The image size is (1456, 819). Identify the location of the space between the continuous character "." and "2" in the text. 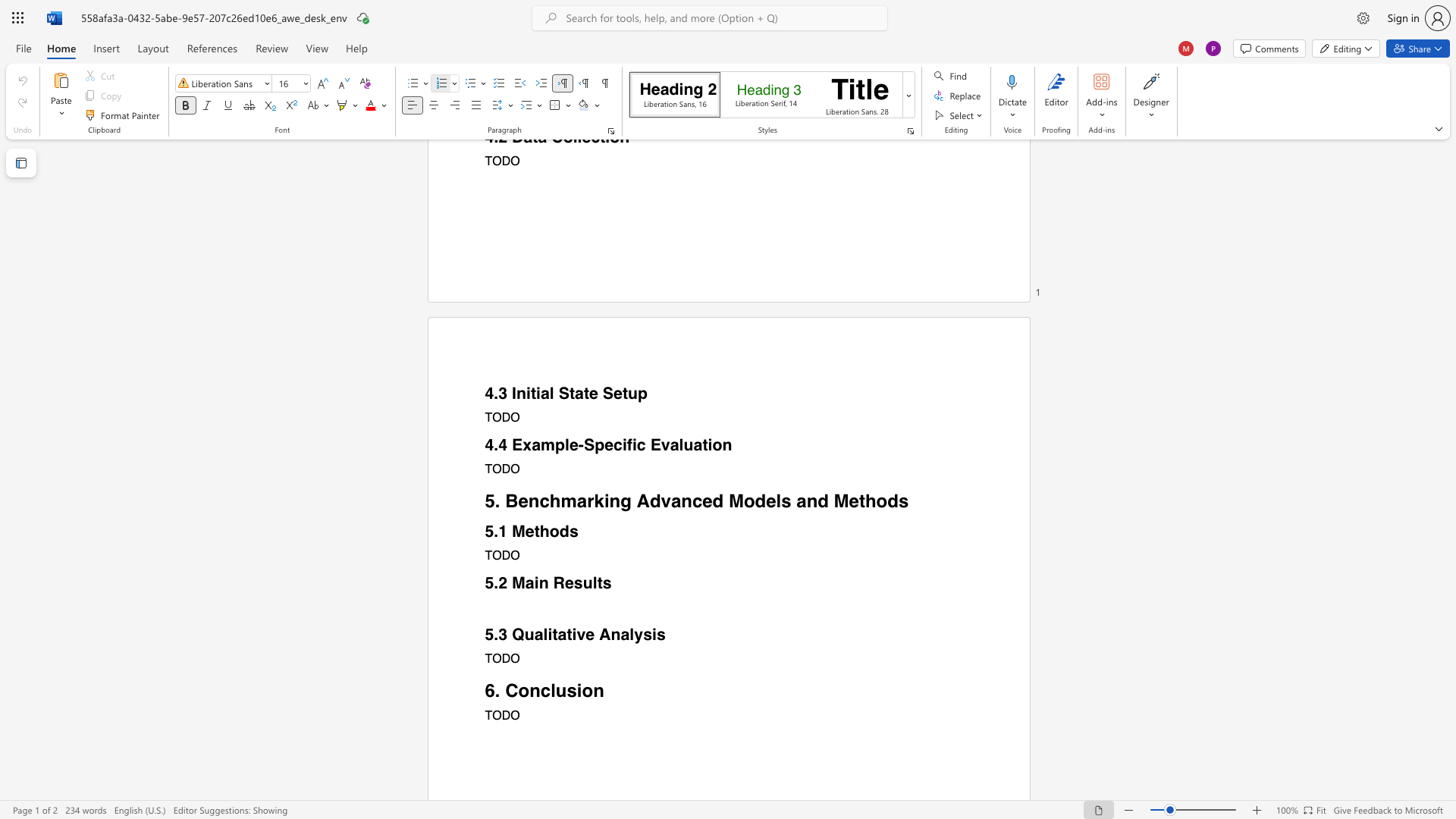
(499, 582).